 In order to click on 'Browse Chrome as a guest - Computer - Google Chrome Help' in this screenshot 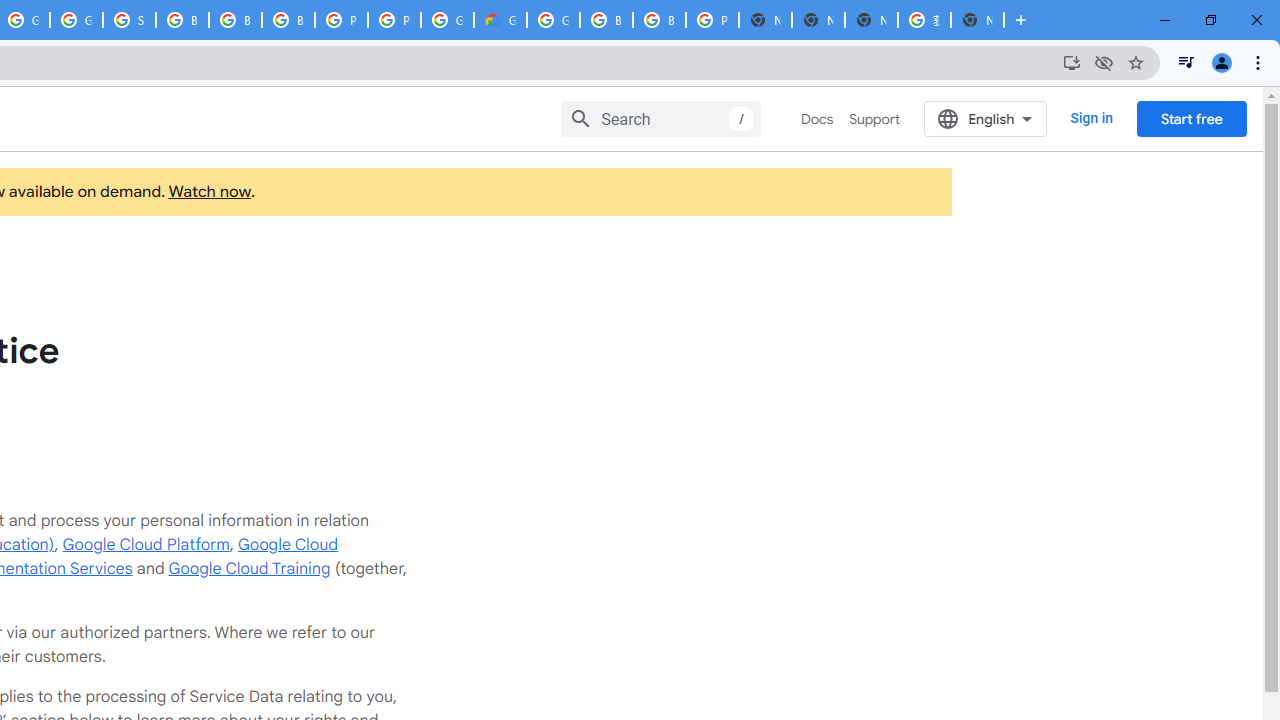, I will do `click(182, 20)`.